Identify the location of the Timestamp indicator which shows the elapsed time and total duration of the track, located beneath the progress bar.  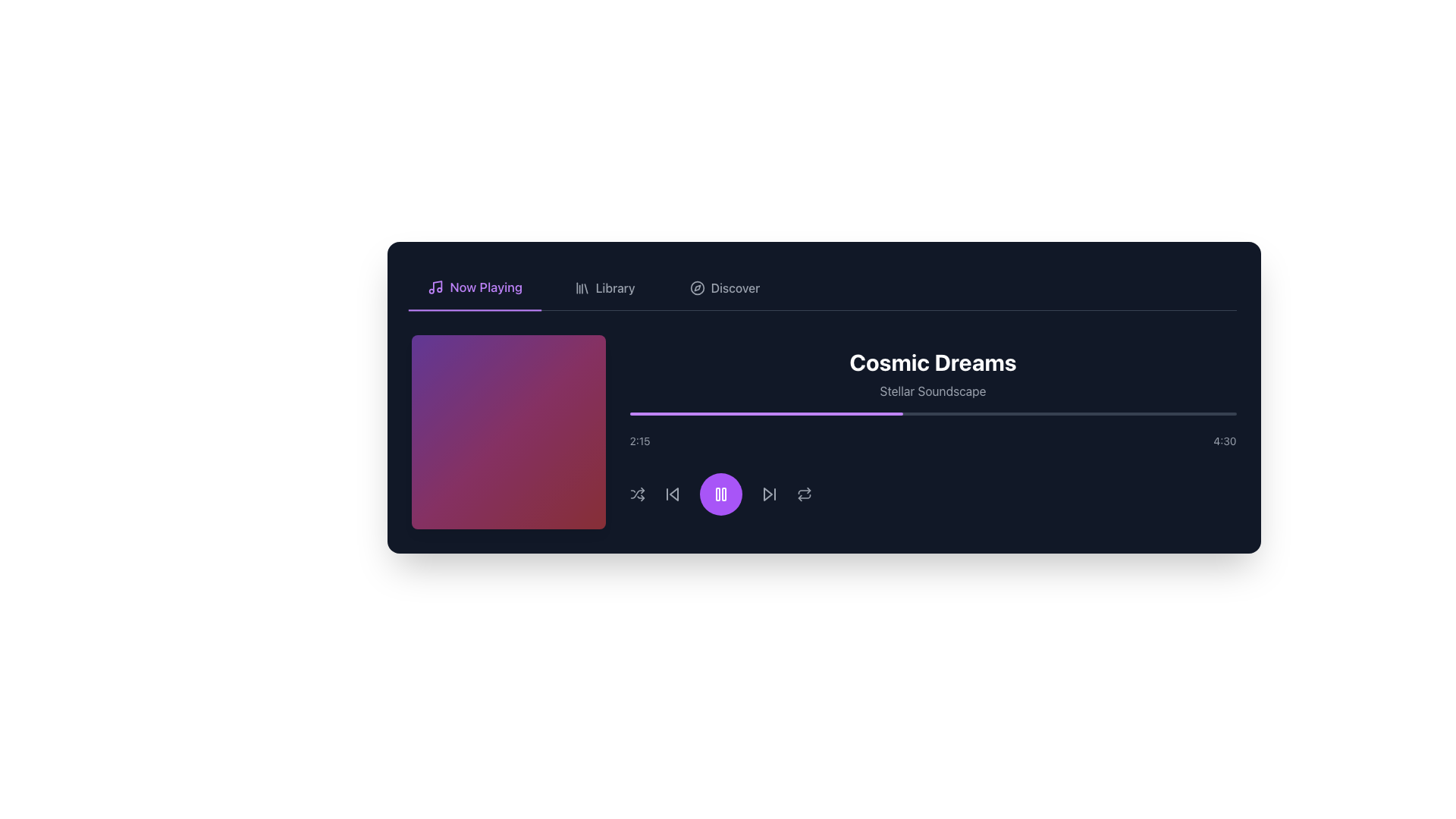
(932, 441).